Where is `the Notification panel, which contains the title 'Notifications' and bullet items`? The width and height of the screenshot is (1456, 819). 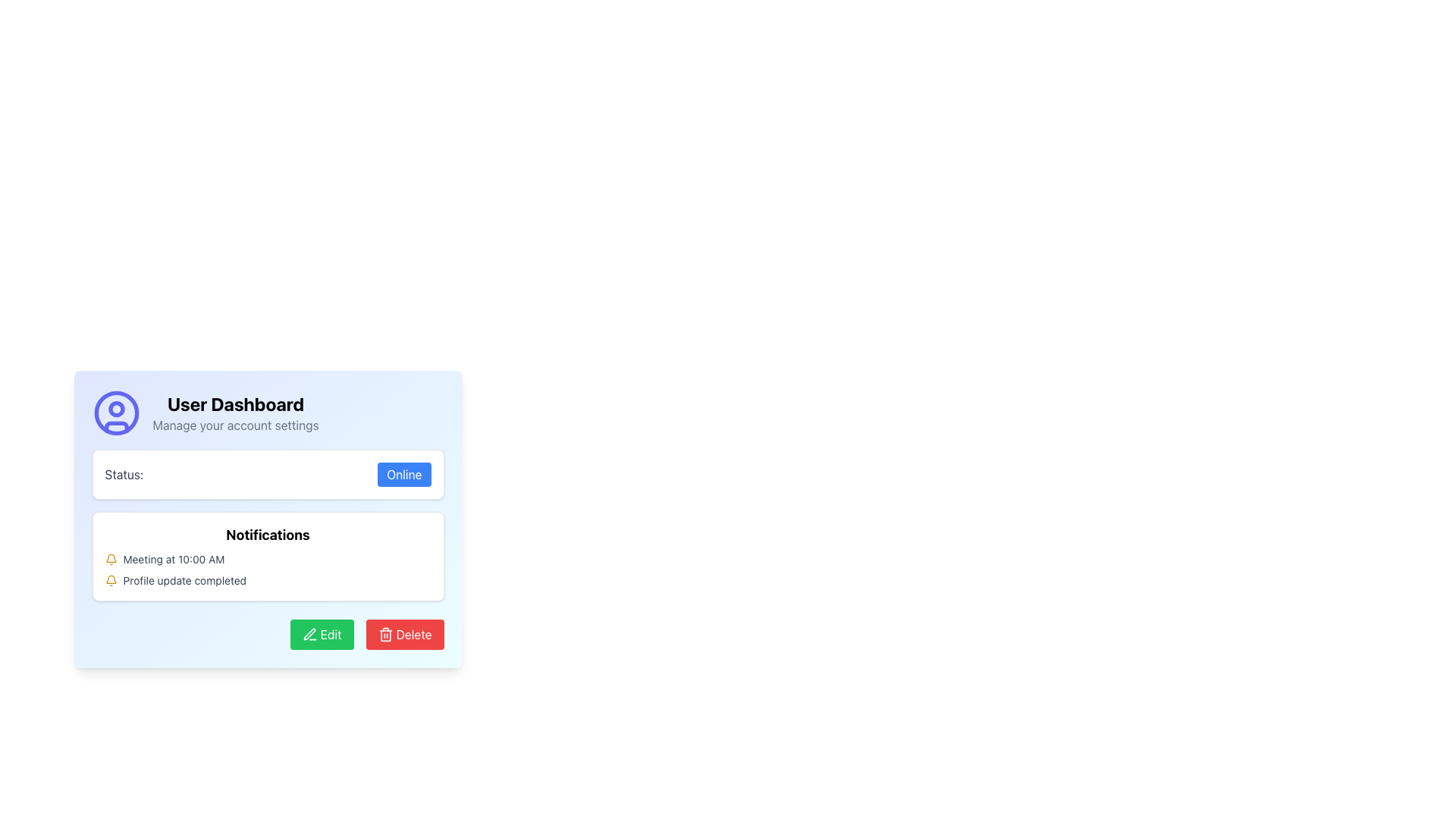
the Notification panel, which contains the title 'Notifications' and bullet items is located at coordinates (268, 525).